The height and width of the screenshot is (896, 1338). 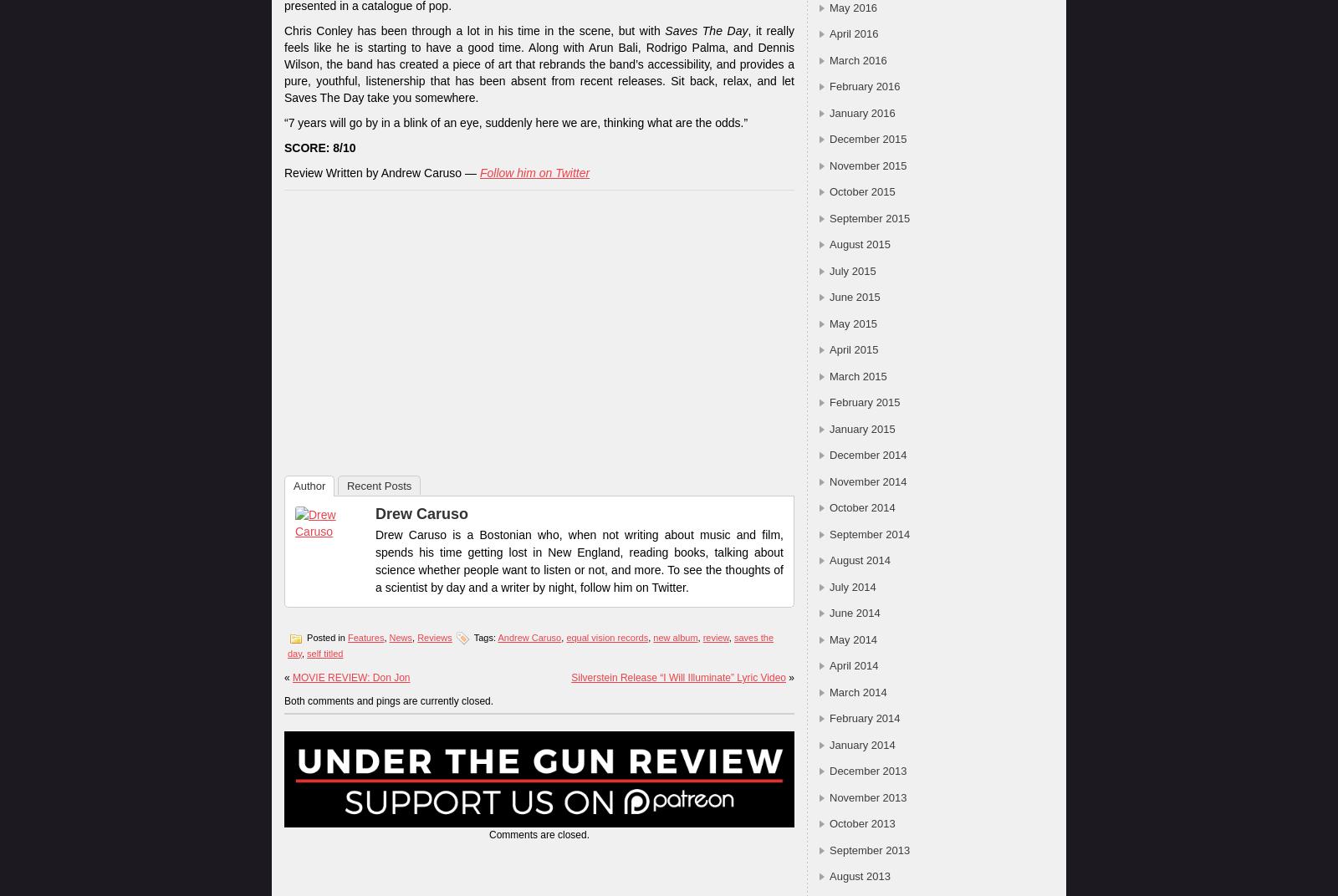 What do you see at coordinates (867, 480) in the screenshot?
I see `'November 2014'` at bounding box center [867, 480].